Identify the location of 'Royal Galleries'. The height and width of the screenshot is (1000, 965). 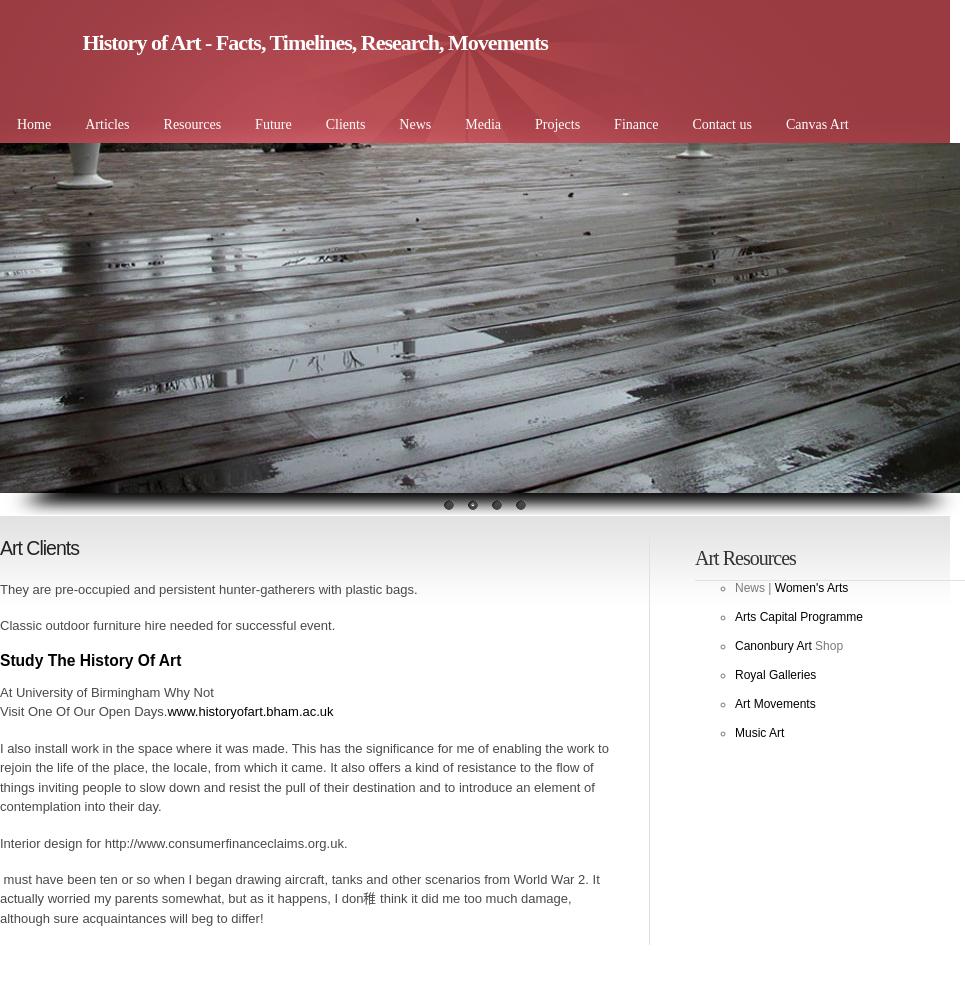
(774, 675).